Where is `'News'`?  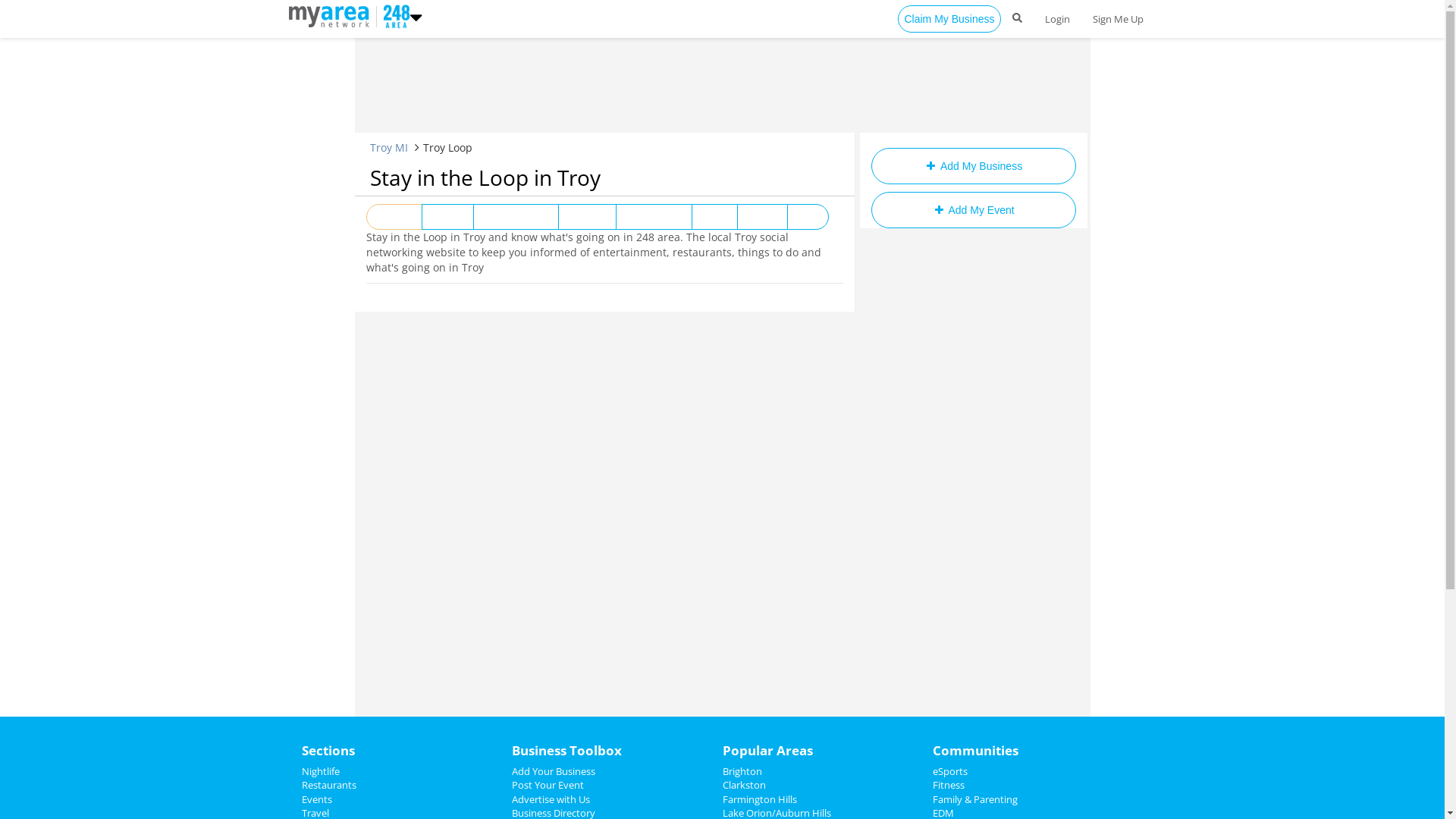 'News' is located at coordinates (714, 216).